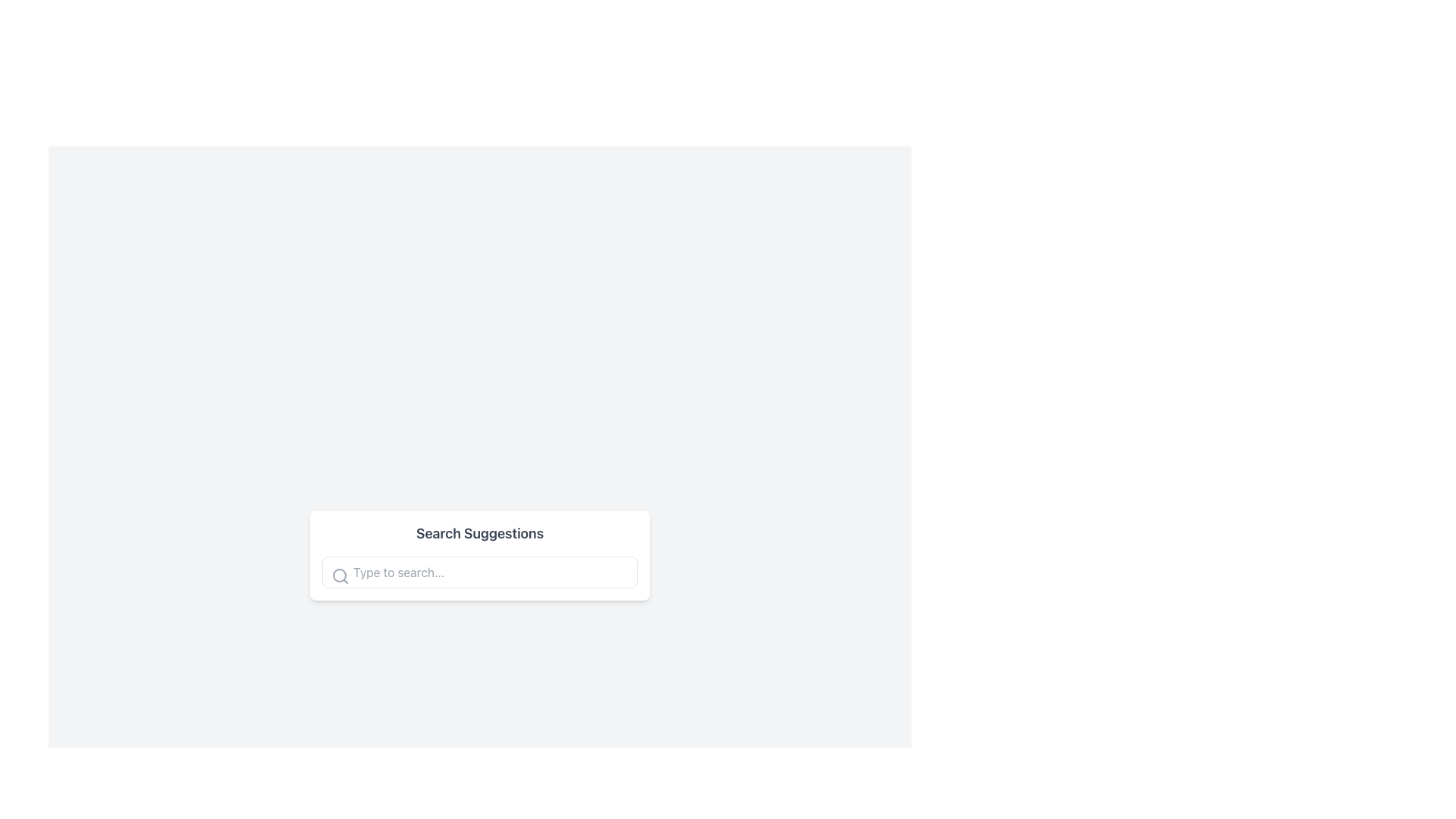 The width and height of the screenshot is (1456, 819). What do you see at coordinates (340, 576) in the screenshot?
I see `the search icon, which is represented as a magnifying glass styled with gray color and thin-lined strokes, located at the far left of the search input field` at bounding box center [340, 576].